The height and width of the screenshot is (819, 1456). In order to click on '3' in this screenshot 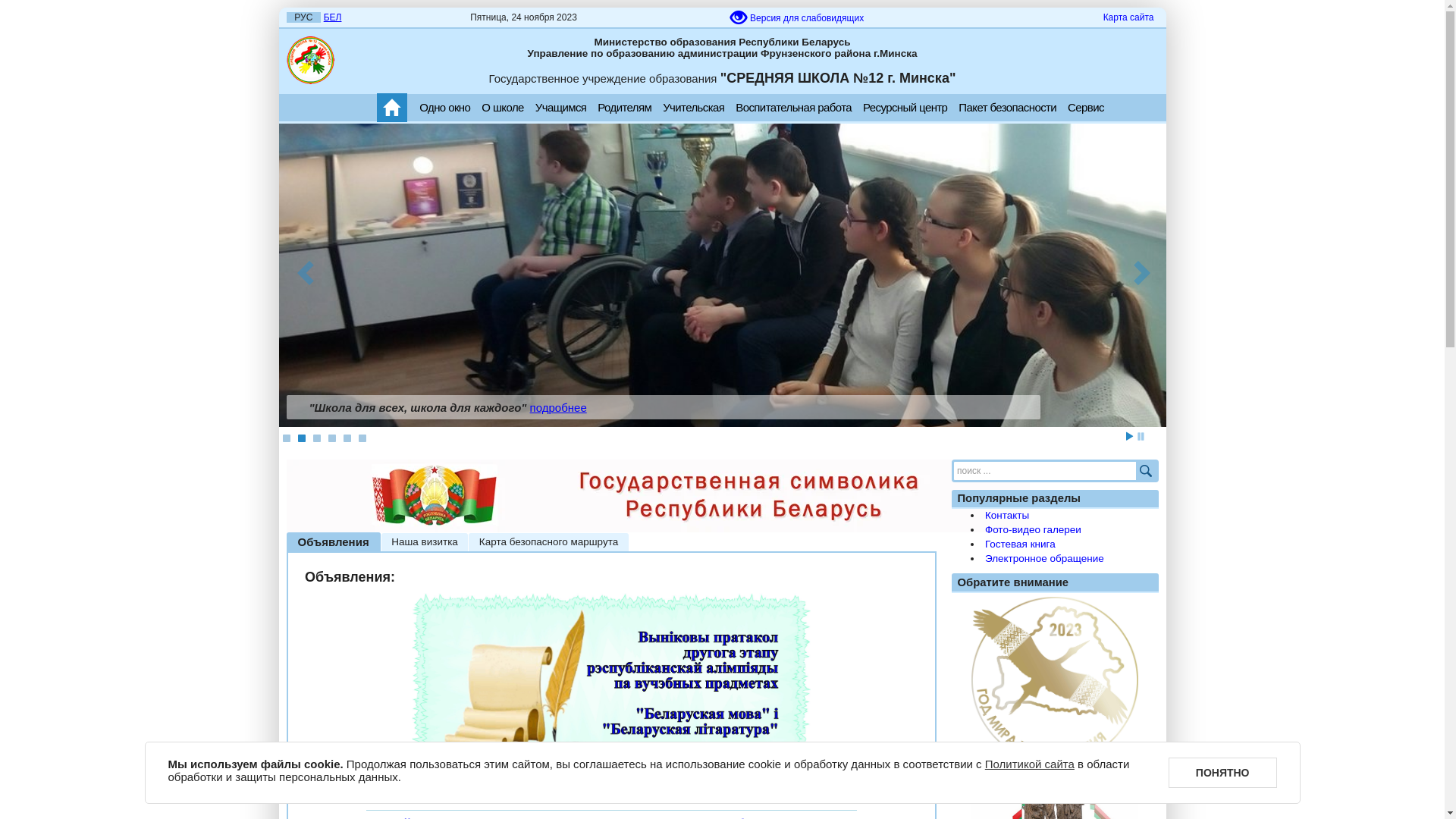, I will do `click(315, 438)`.